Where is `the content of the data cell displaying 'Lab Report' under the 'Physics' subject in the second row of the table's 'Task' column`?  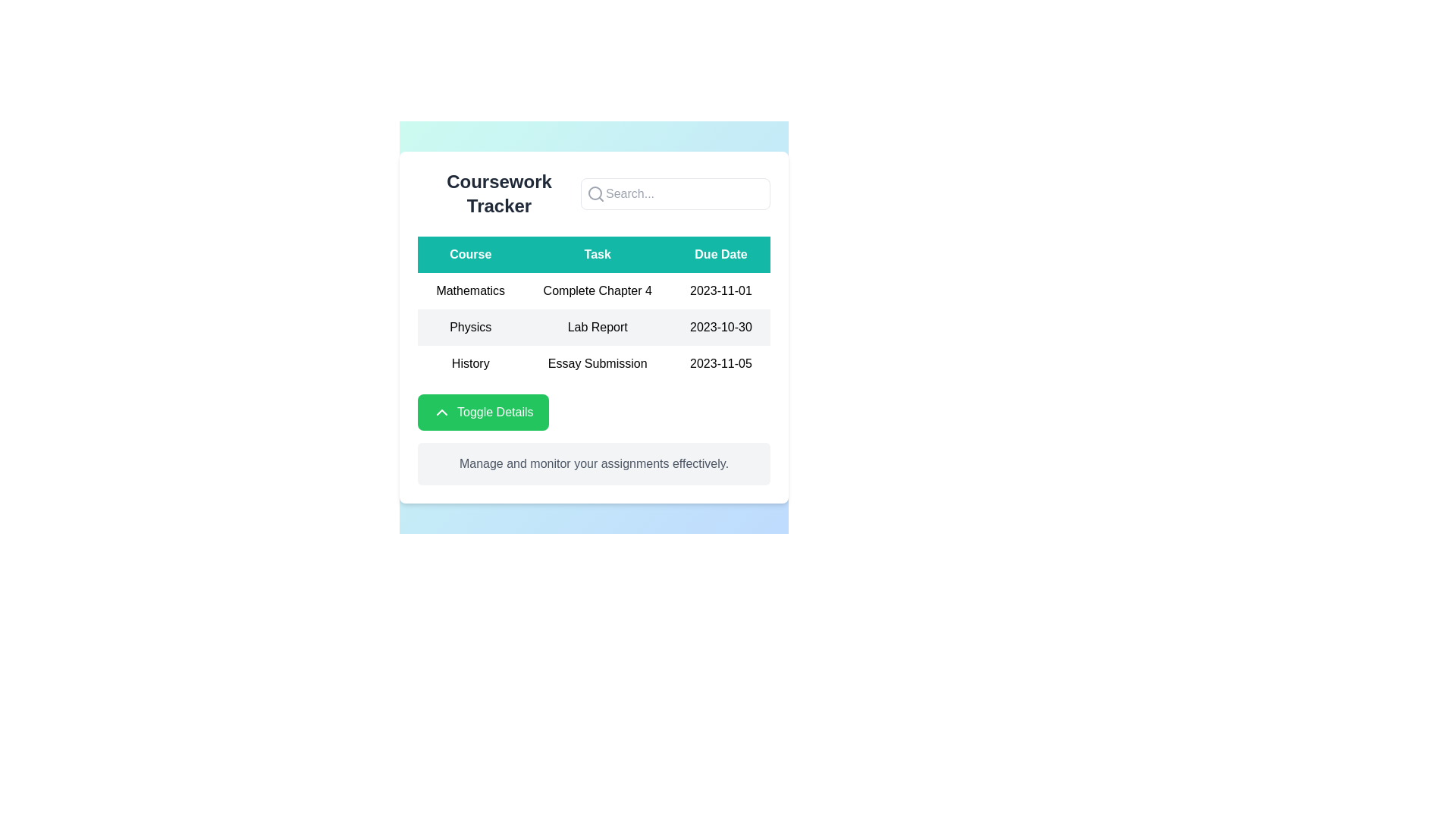 the content of the data cell displaying 'Lab Report' under the 'Physics' subject in the second row of the table's 'Task' column is located at coordinates (593, 327).